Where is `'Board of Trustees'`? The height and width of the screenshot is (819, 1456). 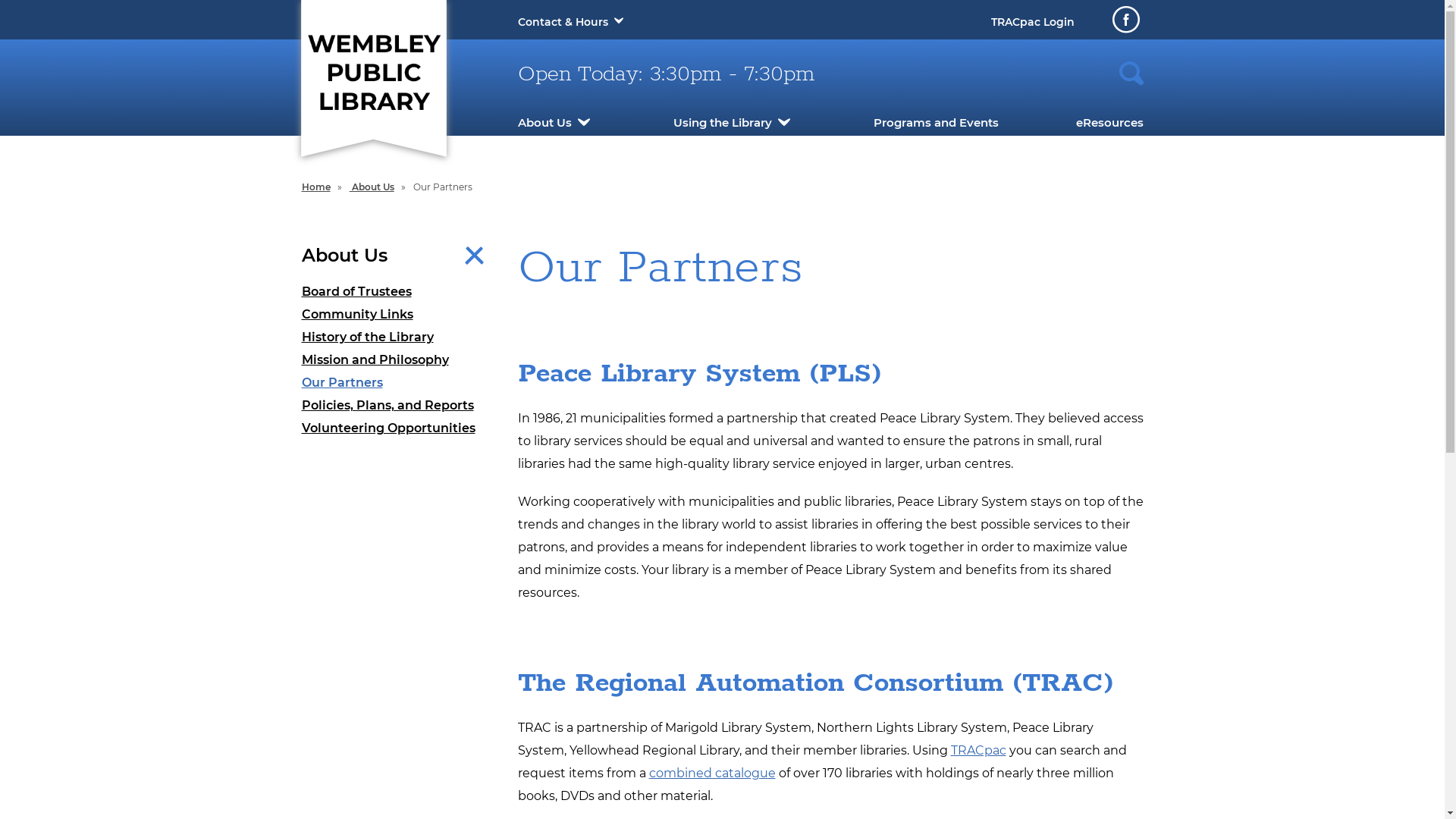
'Board of Trustees' is located at coordinates (398, 292).